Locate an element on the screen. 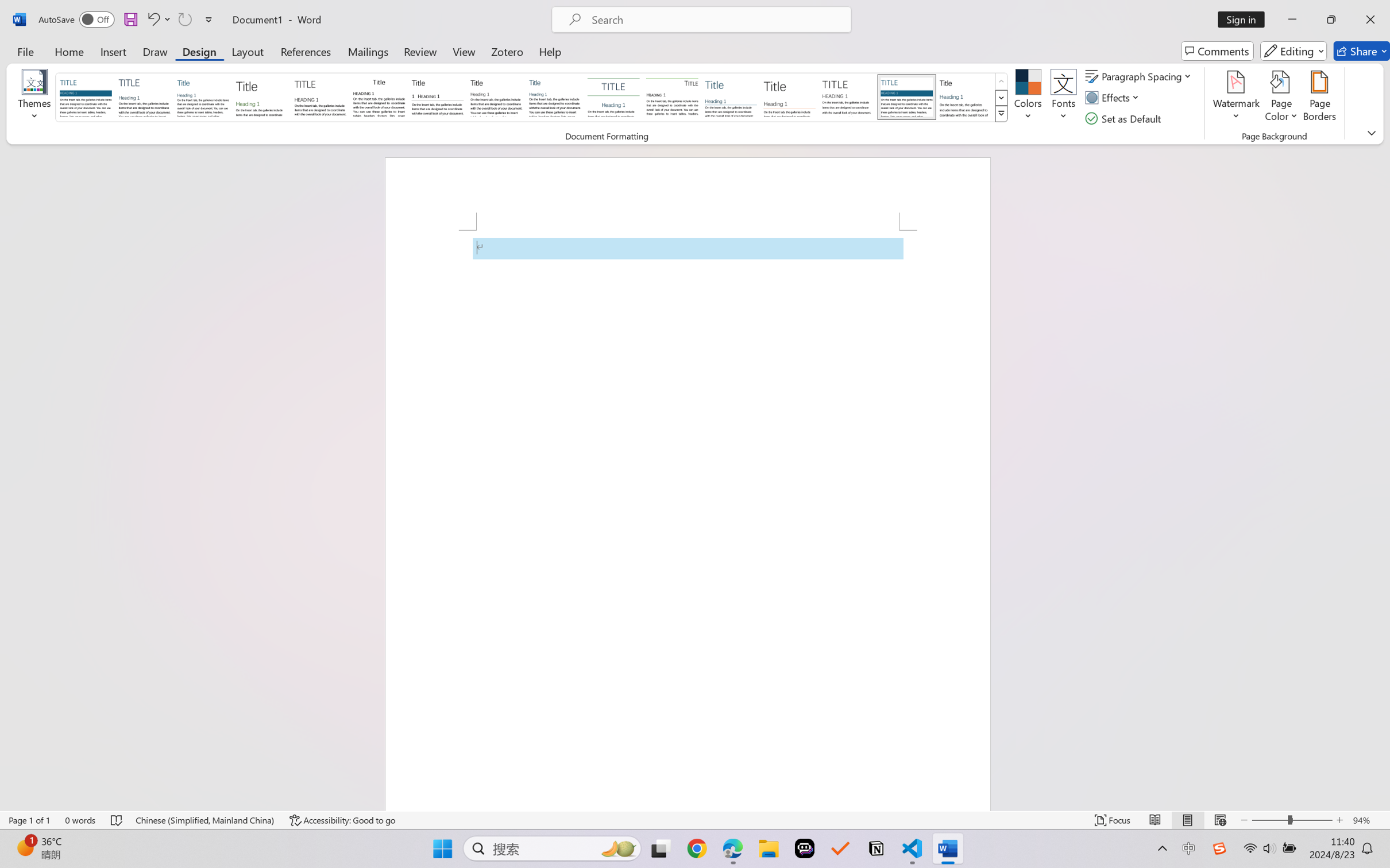 Image resolution: width=1390 pixels, height=868 pixels. 'Editing' is located at coordinates (1294, 51).